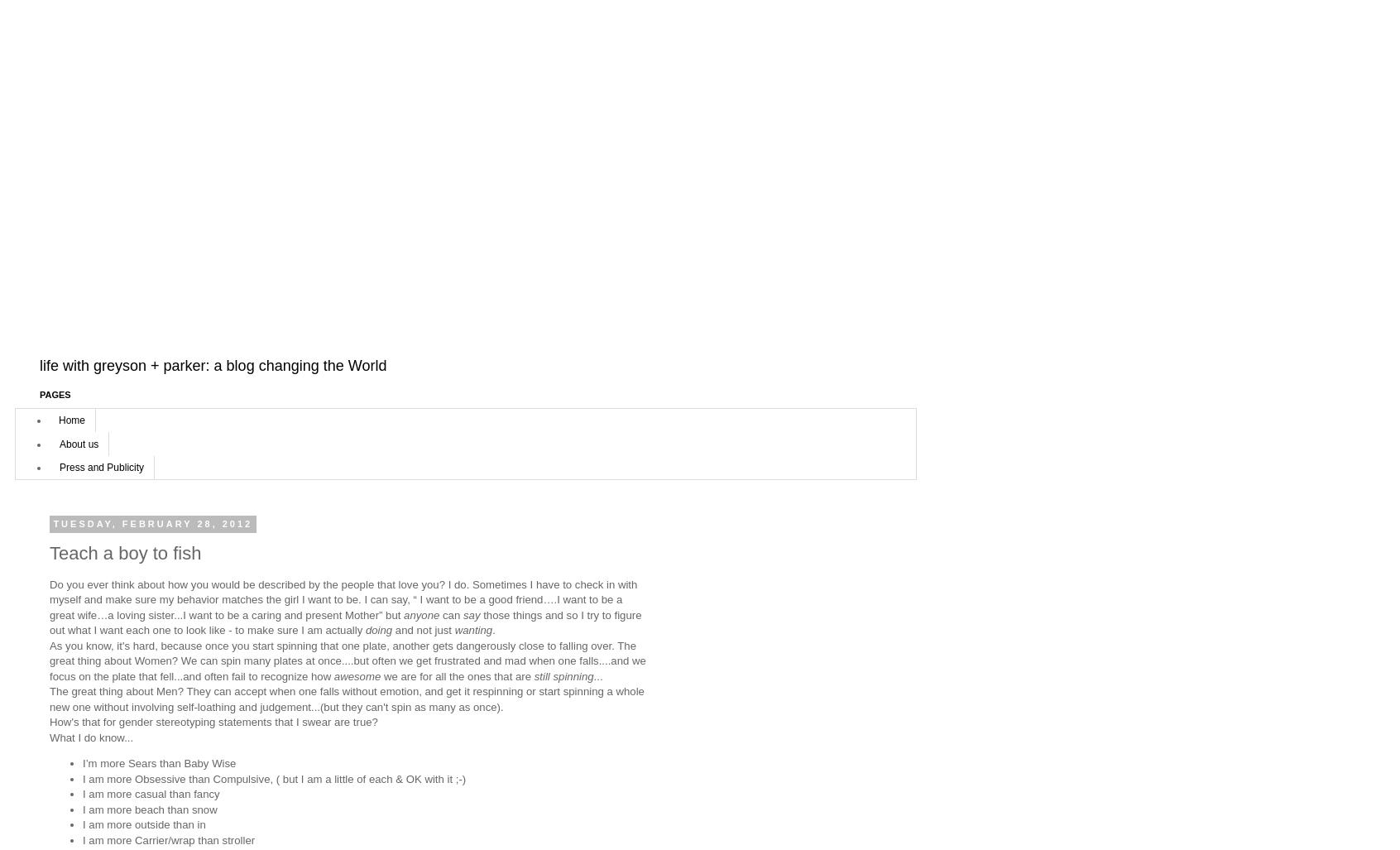  I want to click on 'those things and so I try to figure out what I want each one to look like - to make sure I am actually', so click(345, 621).